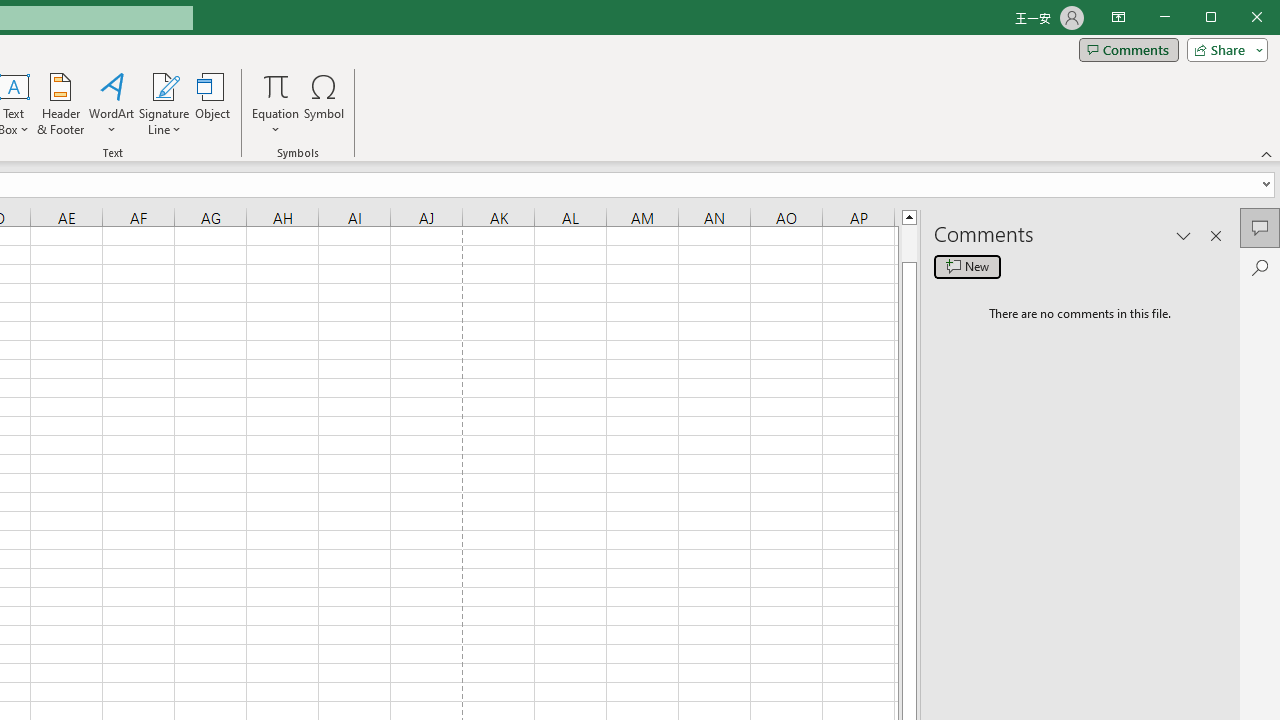 The image size is (1280, 720). Describe the element at coordinates (1259, 266) in the screenshot. I see `'Search'` at that location.